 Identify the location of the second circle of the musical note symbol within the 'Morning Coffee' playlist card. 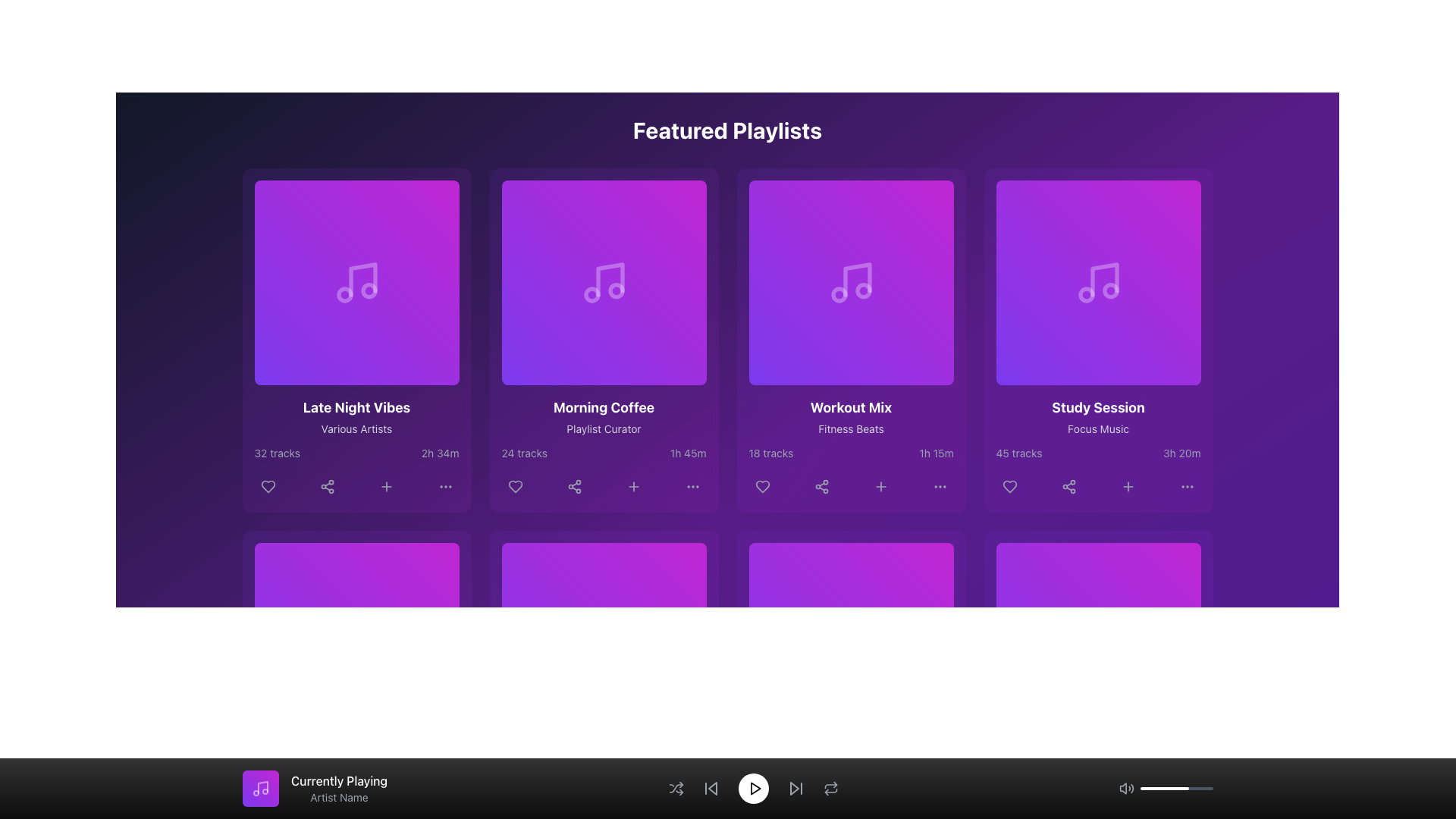
(591, 295).